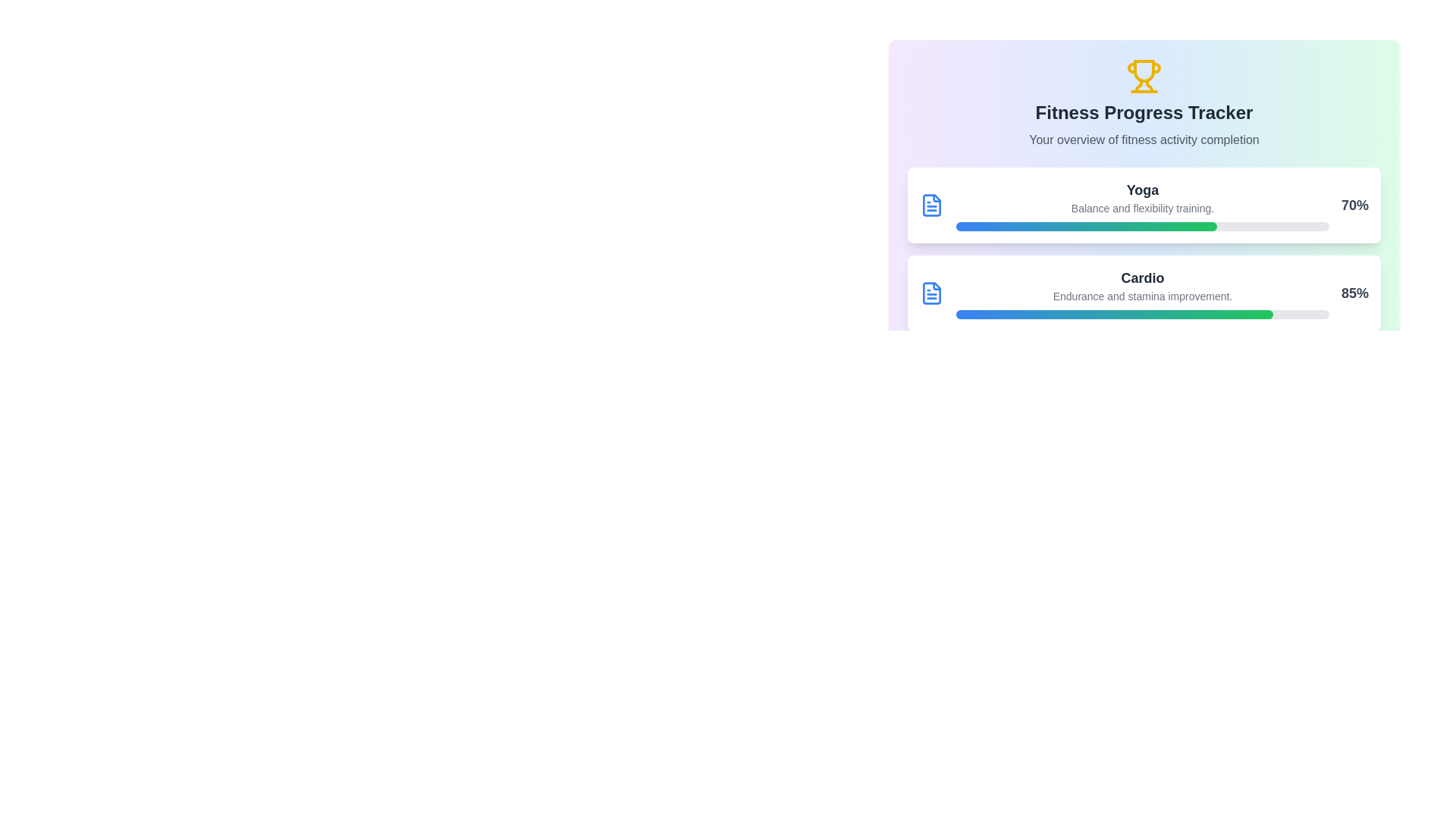 This screenshot has height=819, width=1456. I want to click on the 'Yoga' text label, which is the first item in the 'Fitness Progress Tracker' section, displaying training information about balance and flexibility, so click(1143, 205).